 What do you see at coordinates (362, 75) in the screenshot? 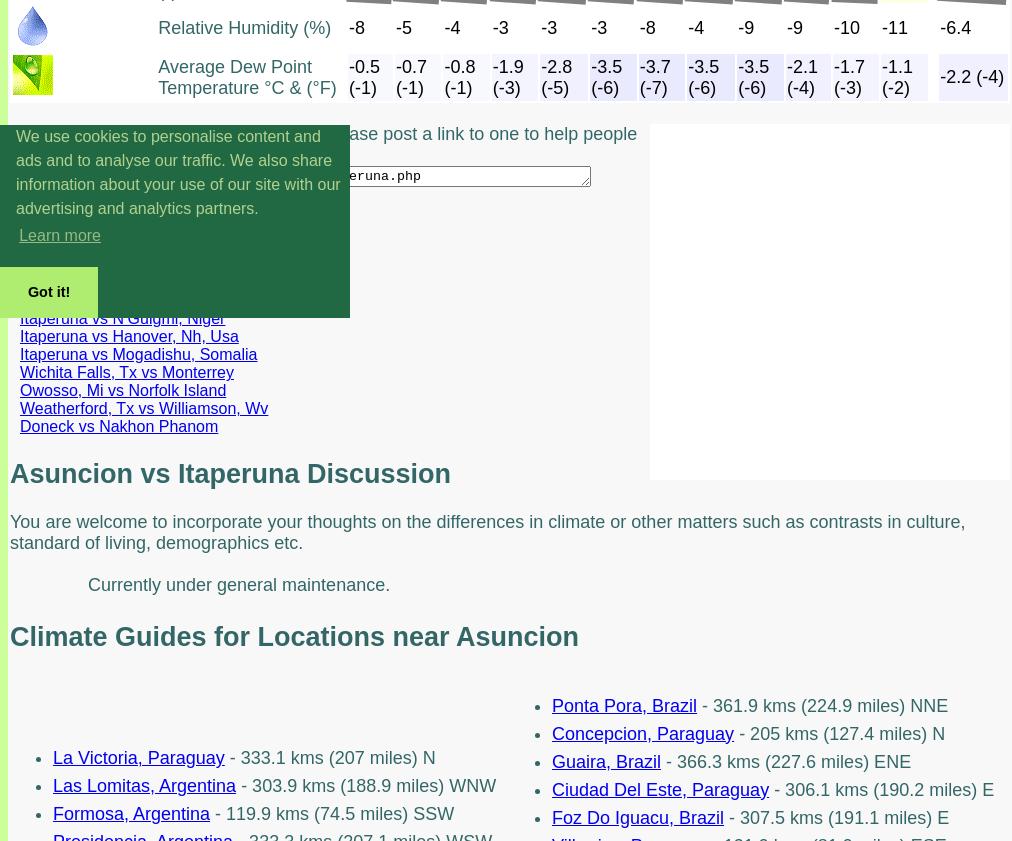
I see `'-0.5 (-1)'` at bounding box center [362, 75].